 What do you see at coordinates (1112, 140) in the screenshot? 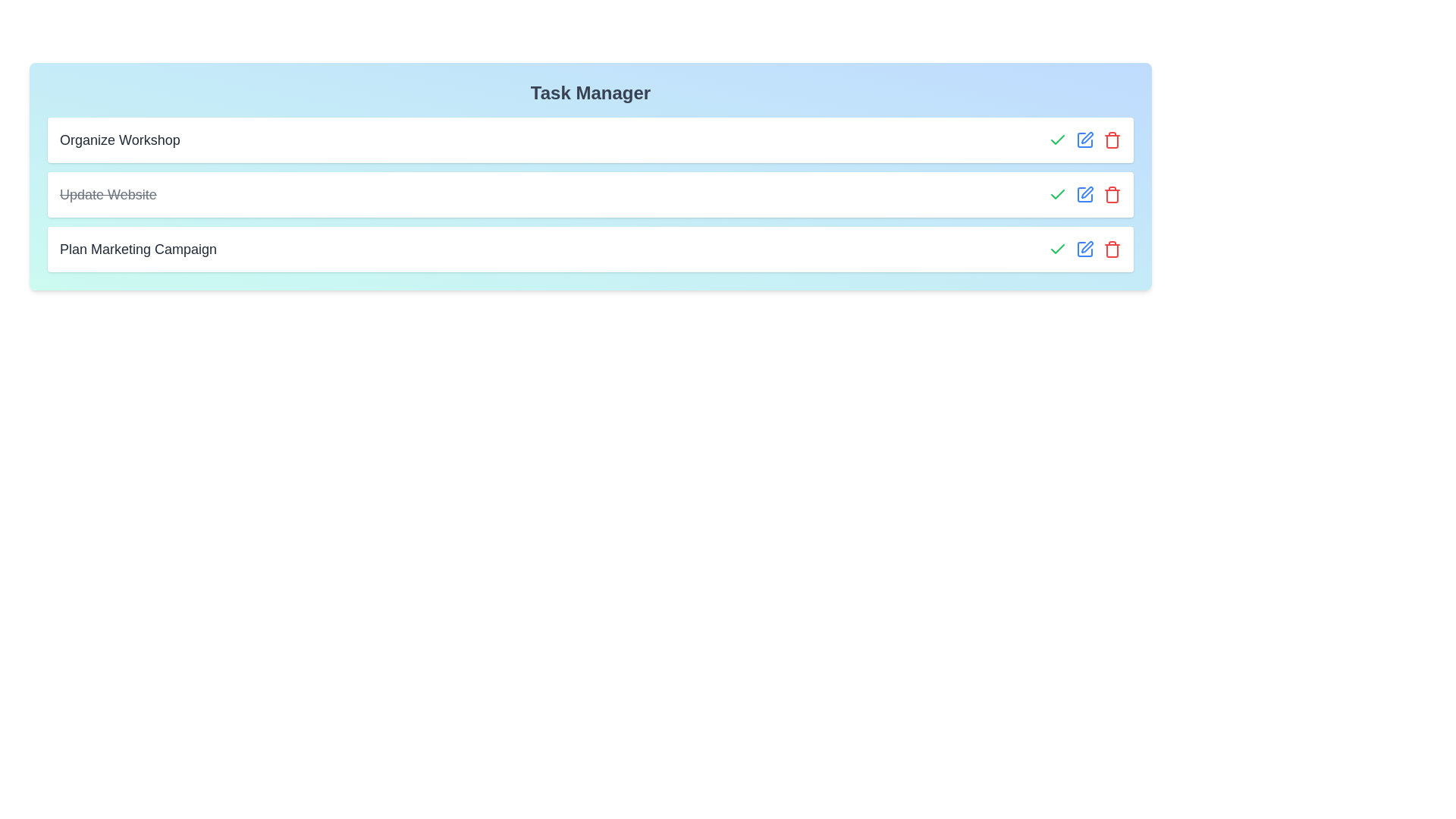
I see `the delete button for the task 'Organize Workshop'` at bounding box center [1112, 140].